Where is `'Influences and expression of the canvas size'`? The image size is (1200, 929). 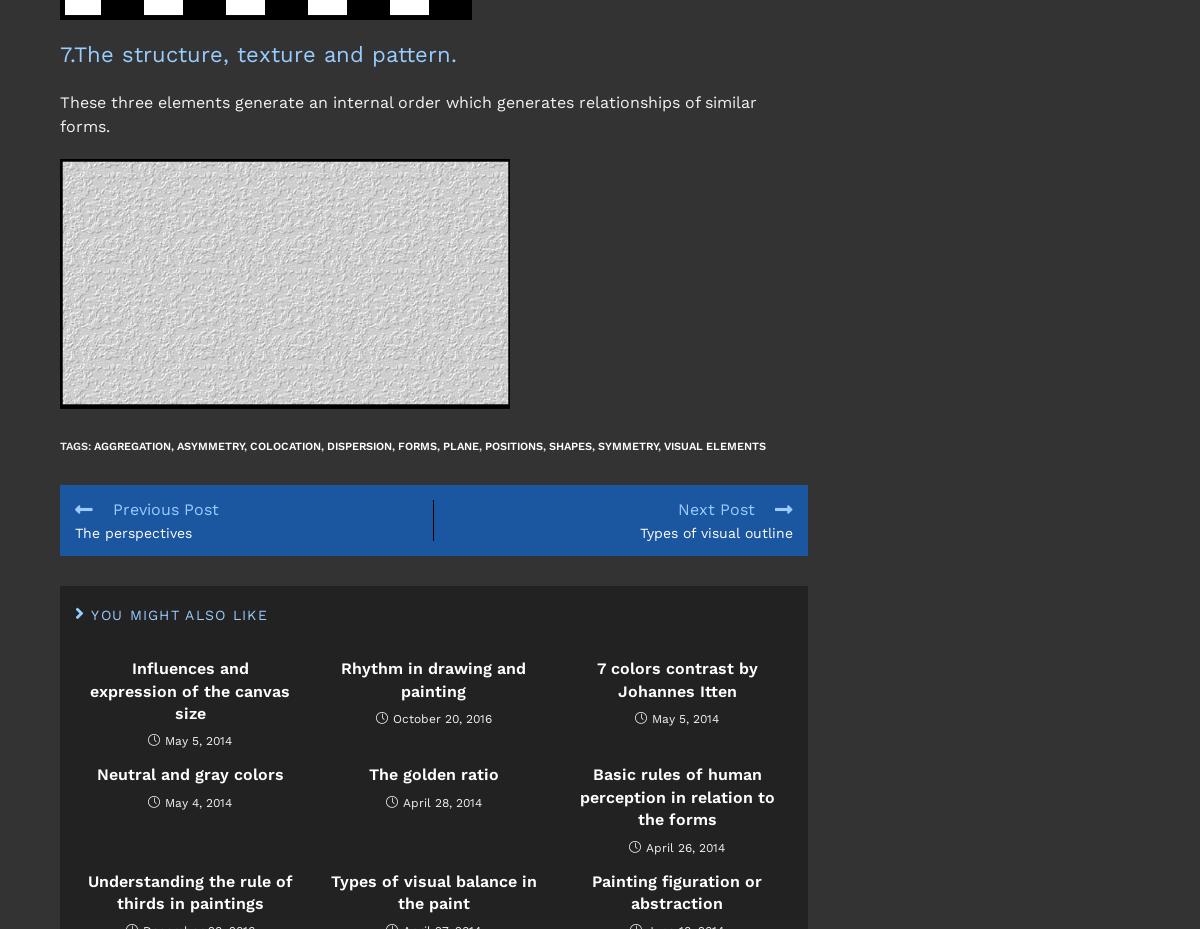 'Influences and expression of the canvas size' is located at coordinates (188, 690).